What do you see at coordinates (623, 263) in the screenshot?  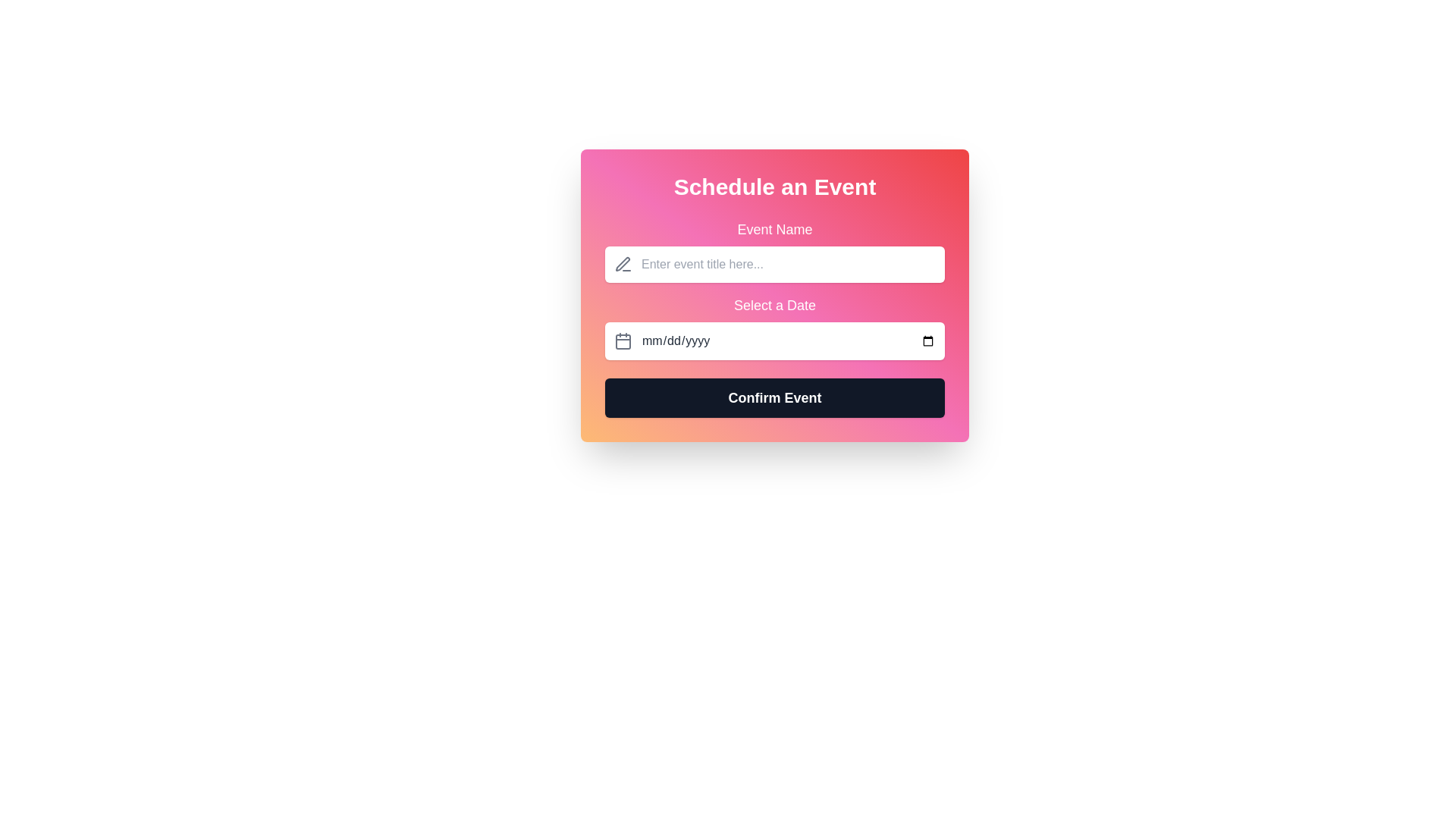 I see `the icon located directly to the left of the text input field for entering an event title` at bounding box center [623, 263].